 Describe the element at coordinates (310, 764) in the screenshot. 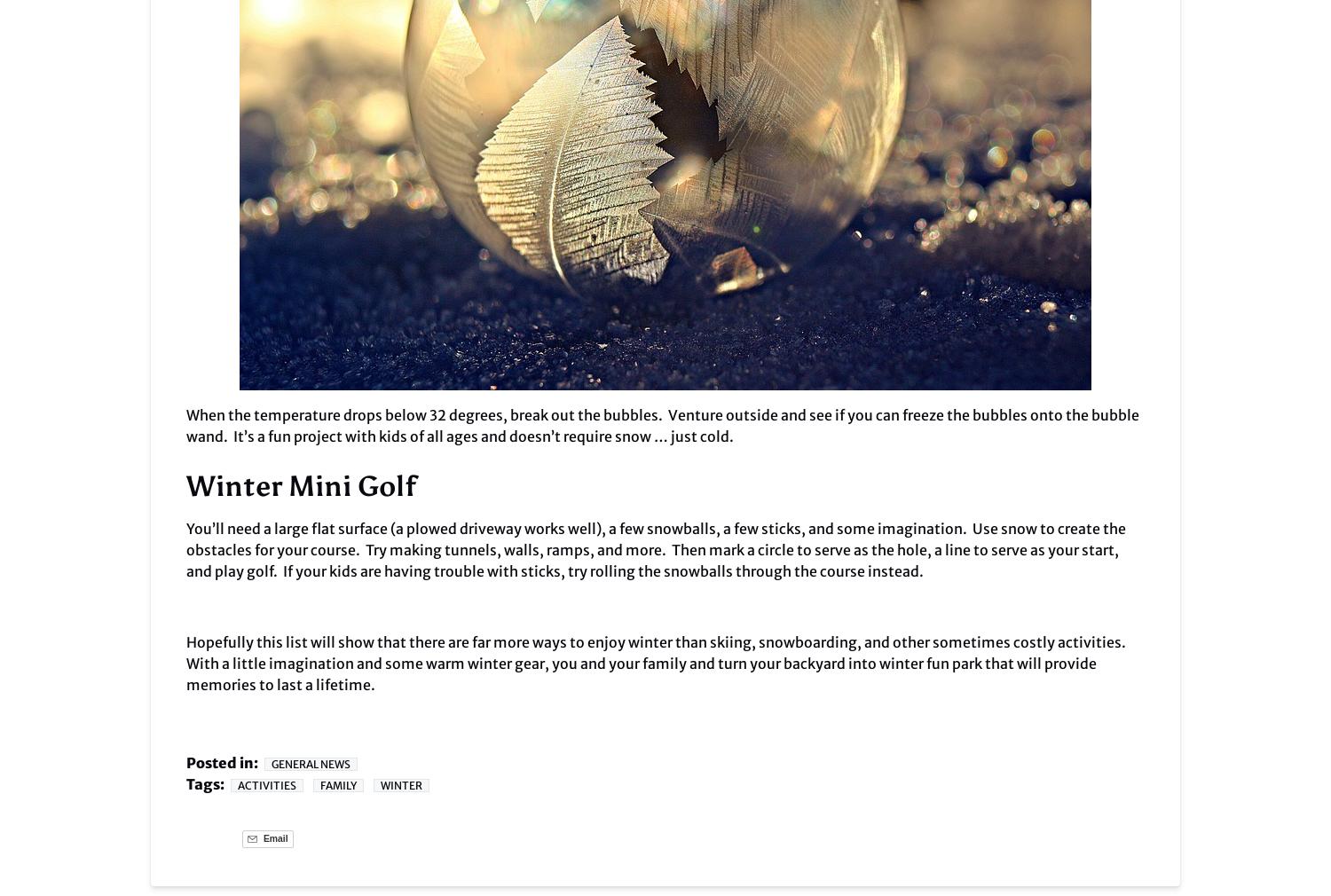

I see `'General News'` at that location.